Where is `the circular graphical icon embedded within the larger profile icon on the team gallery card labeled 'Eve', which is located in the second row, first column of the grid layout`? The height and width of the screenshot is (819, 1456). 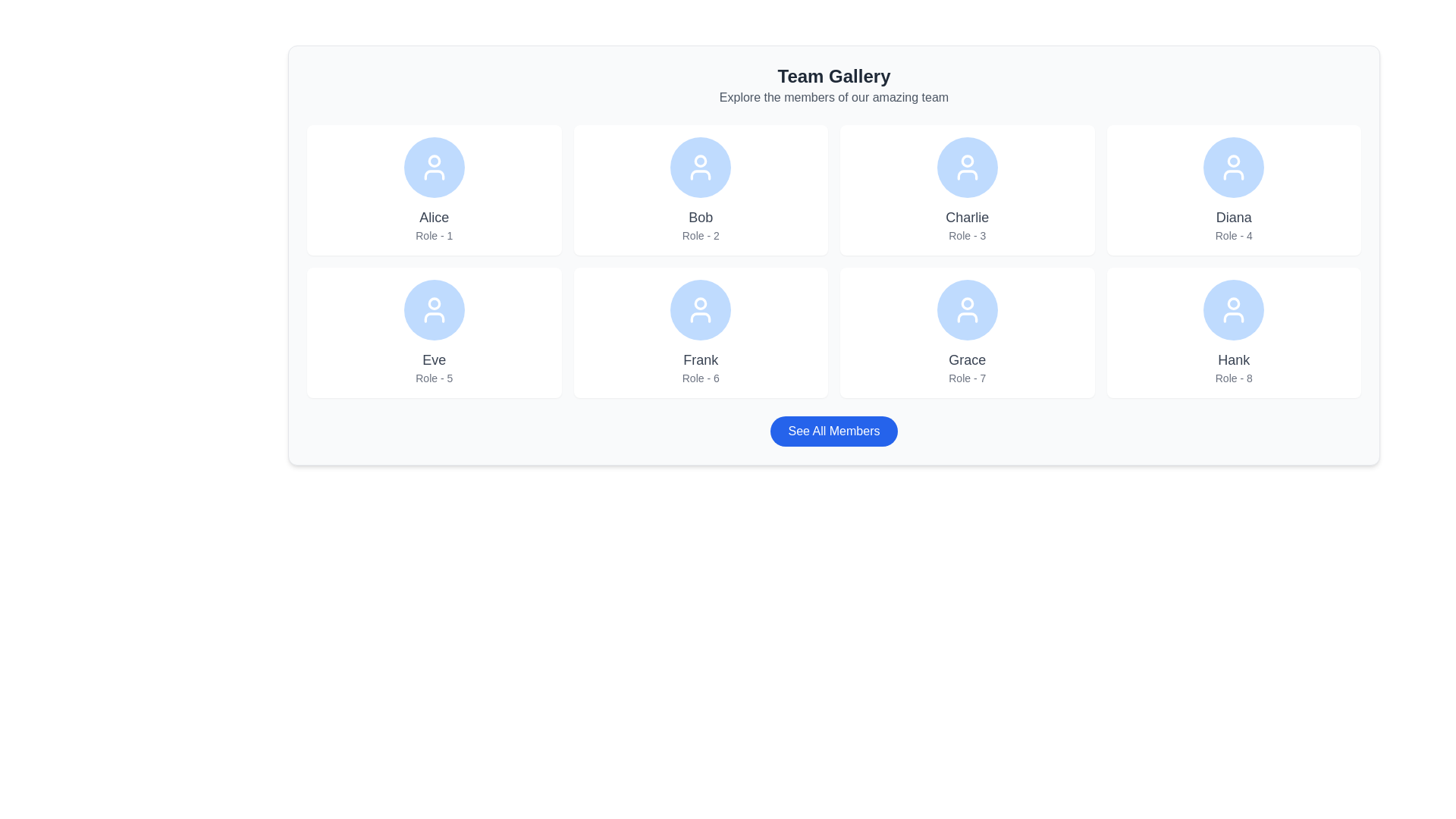 the circular graphical icon embedded within the larger profile icon on the team gallery card labeled 'Eve', which is located in the second row, first column of the grid layout is located at coordinates (433, 303).